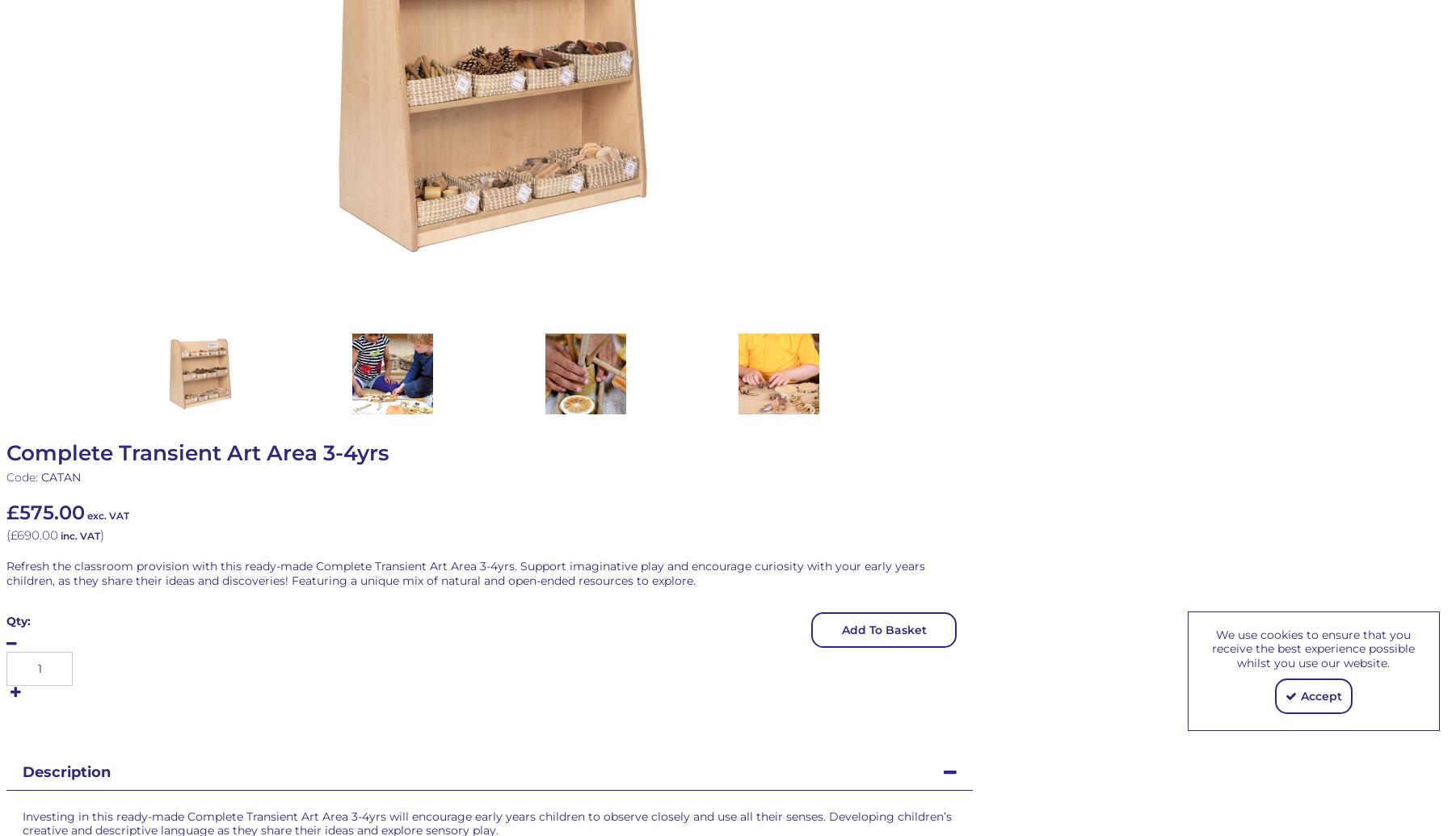 The width and height of the screenshot is (1456, 836). Describe the element at coordinates (1319, 695) in the screenshot. I see `'Accept'` at that location.